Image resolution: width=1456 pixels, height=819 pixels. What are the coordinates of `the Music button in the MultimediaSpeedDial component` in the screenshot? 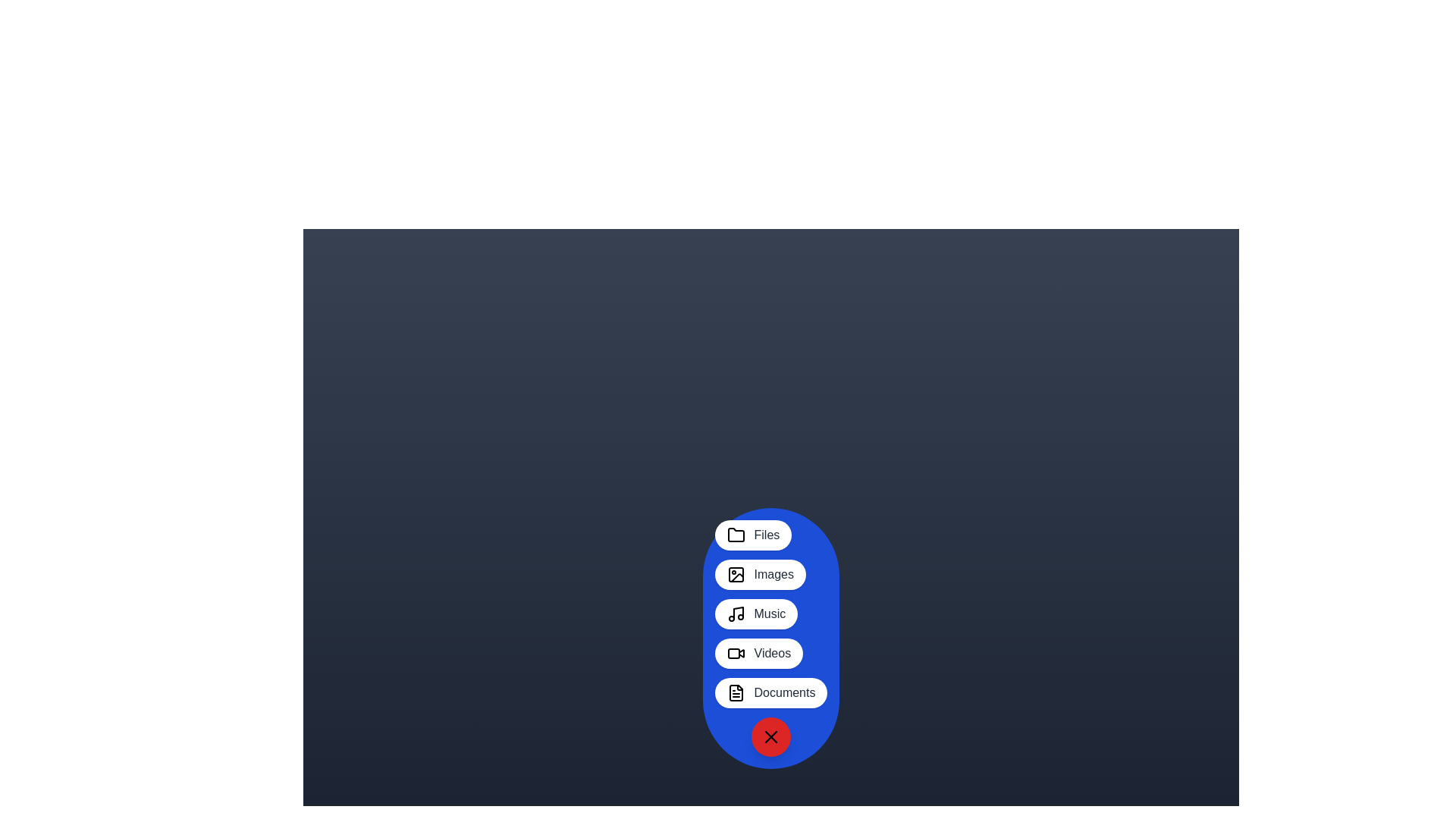 It's located at (756, 614).